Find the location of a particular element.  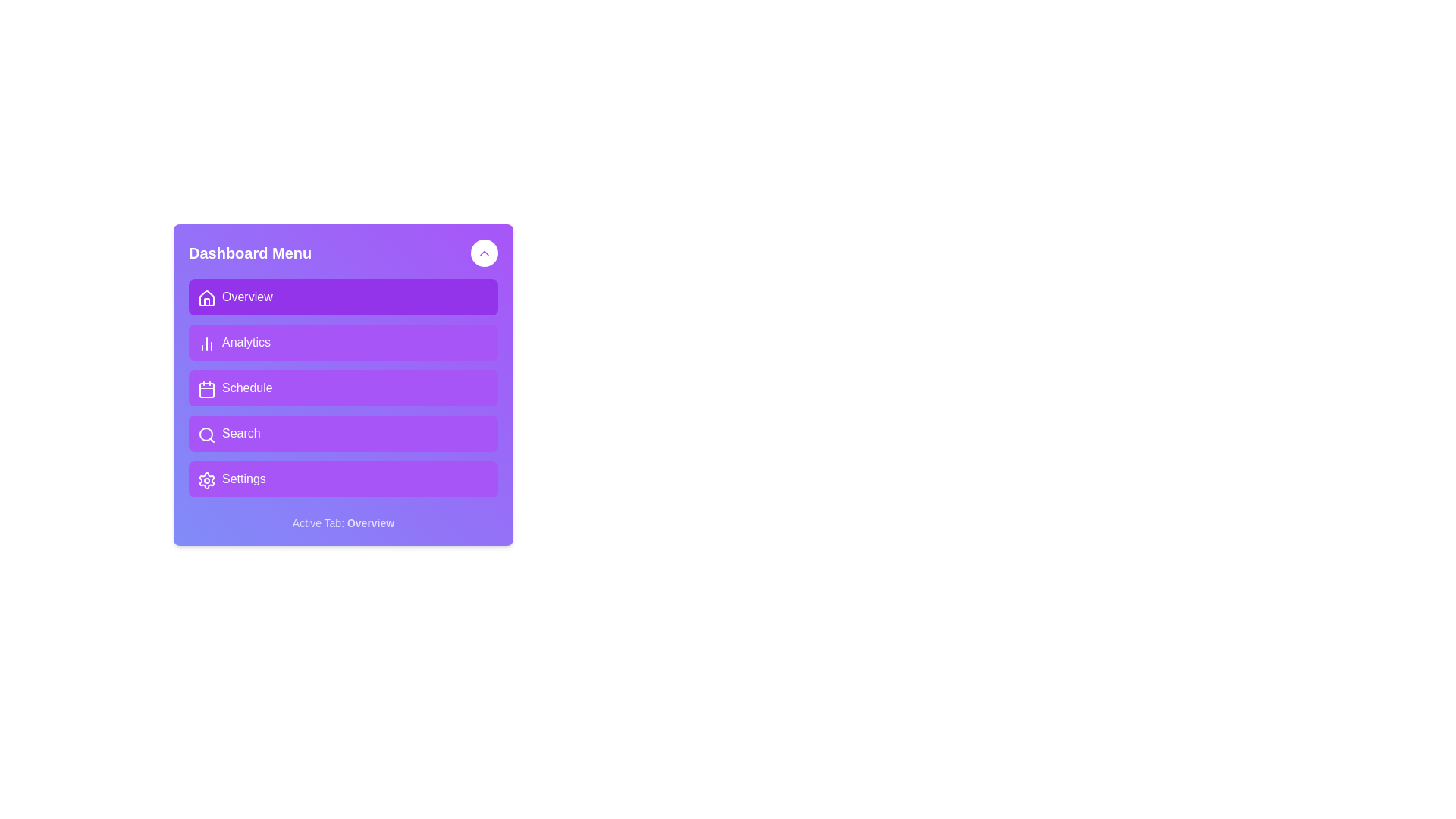

the 'Schedule' button in the sidebar menu is located at coordinates (342, 388).